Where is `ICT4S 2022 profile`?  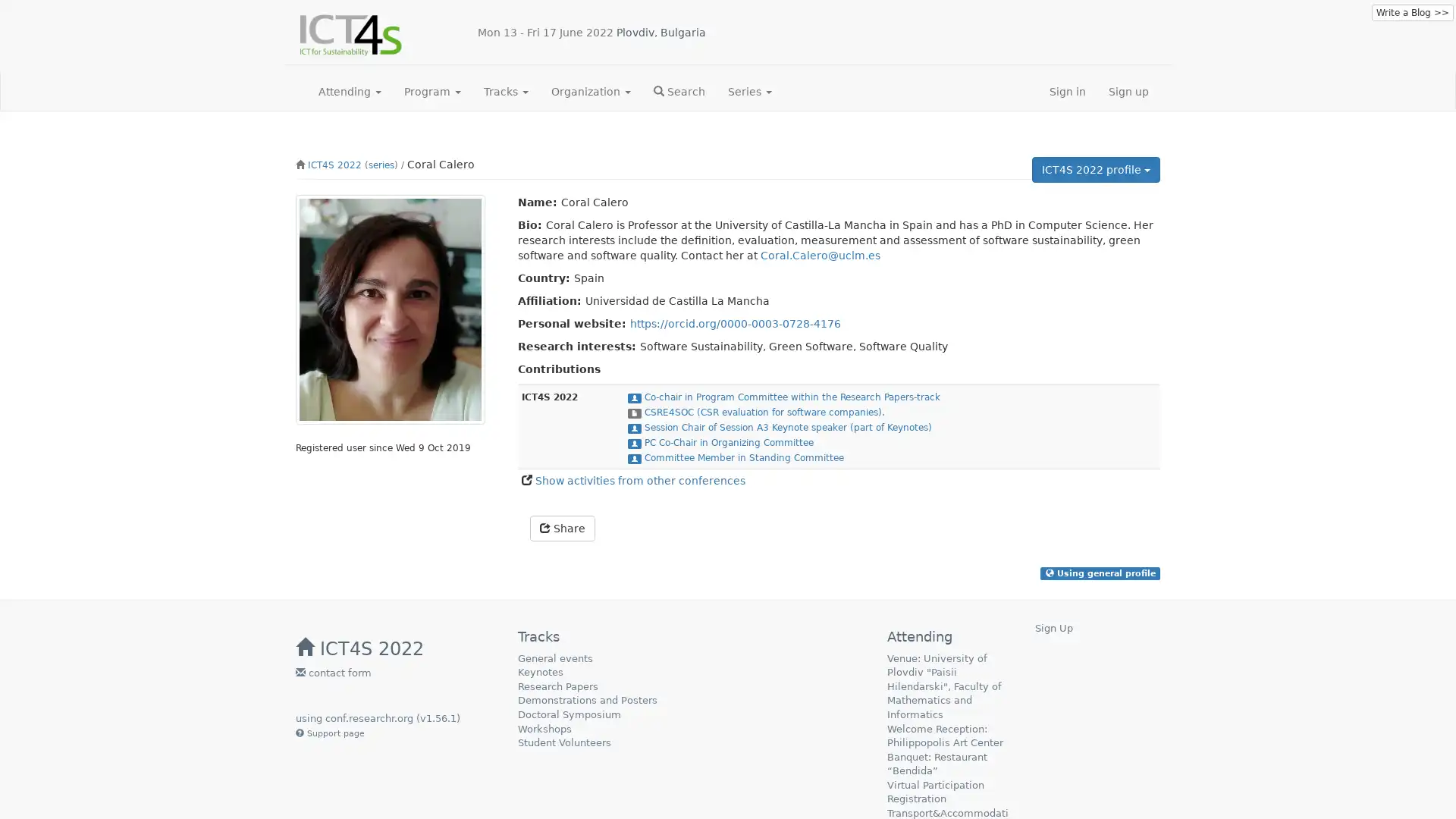 ICT4S 2022 profile is located at coordinates (1096, 169).